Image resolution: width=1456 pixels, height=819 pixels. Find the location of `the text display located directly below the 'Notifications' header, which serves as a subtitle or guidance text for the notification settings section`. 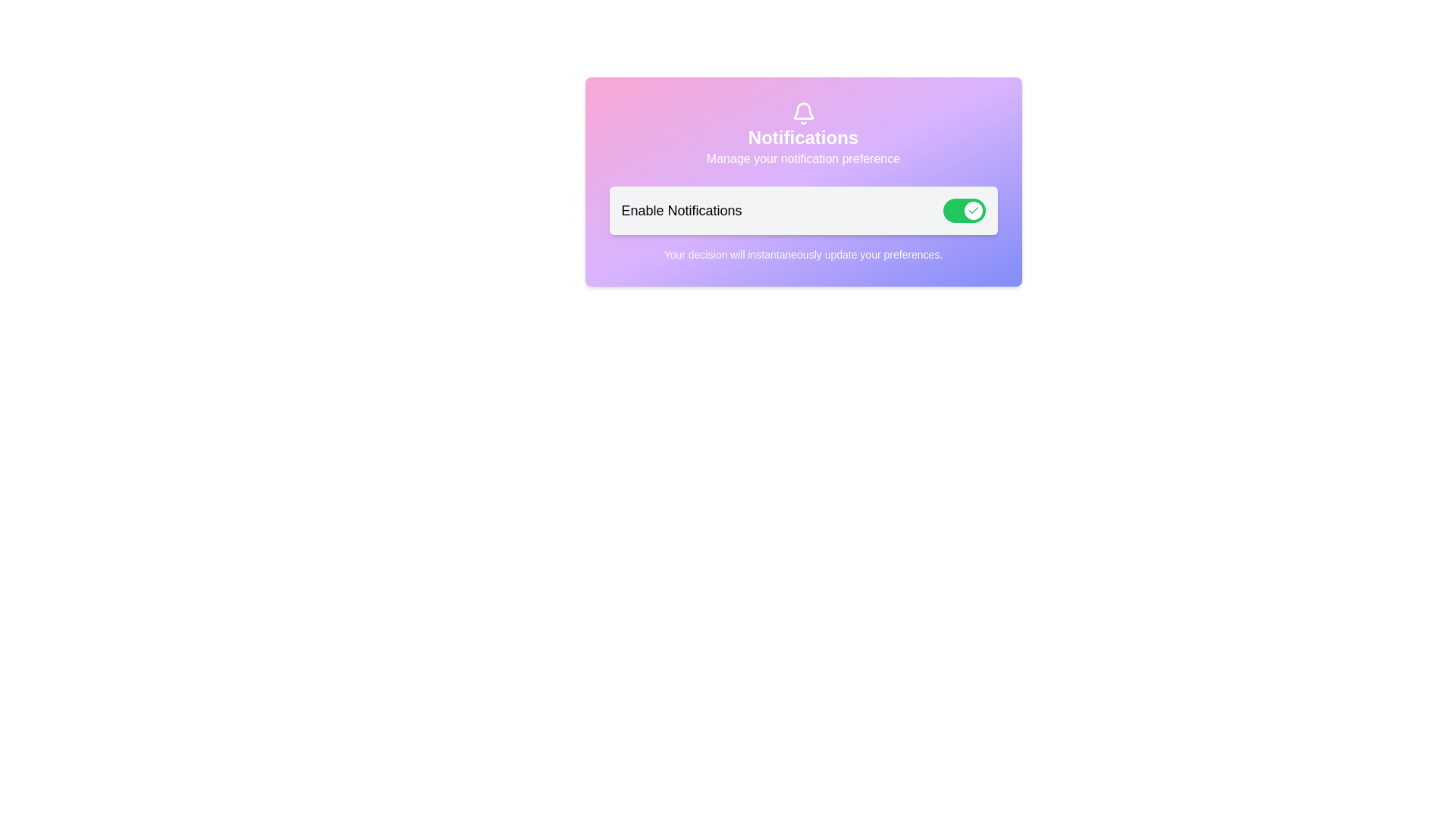

the text display located directly below the 'Notifications' header, which serves as a subtitle or guidance text for the notification settings section is located at coordinates (802, 158).